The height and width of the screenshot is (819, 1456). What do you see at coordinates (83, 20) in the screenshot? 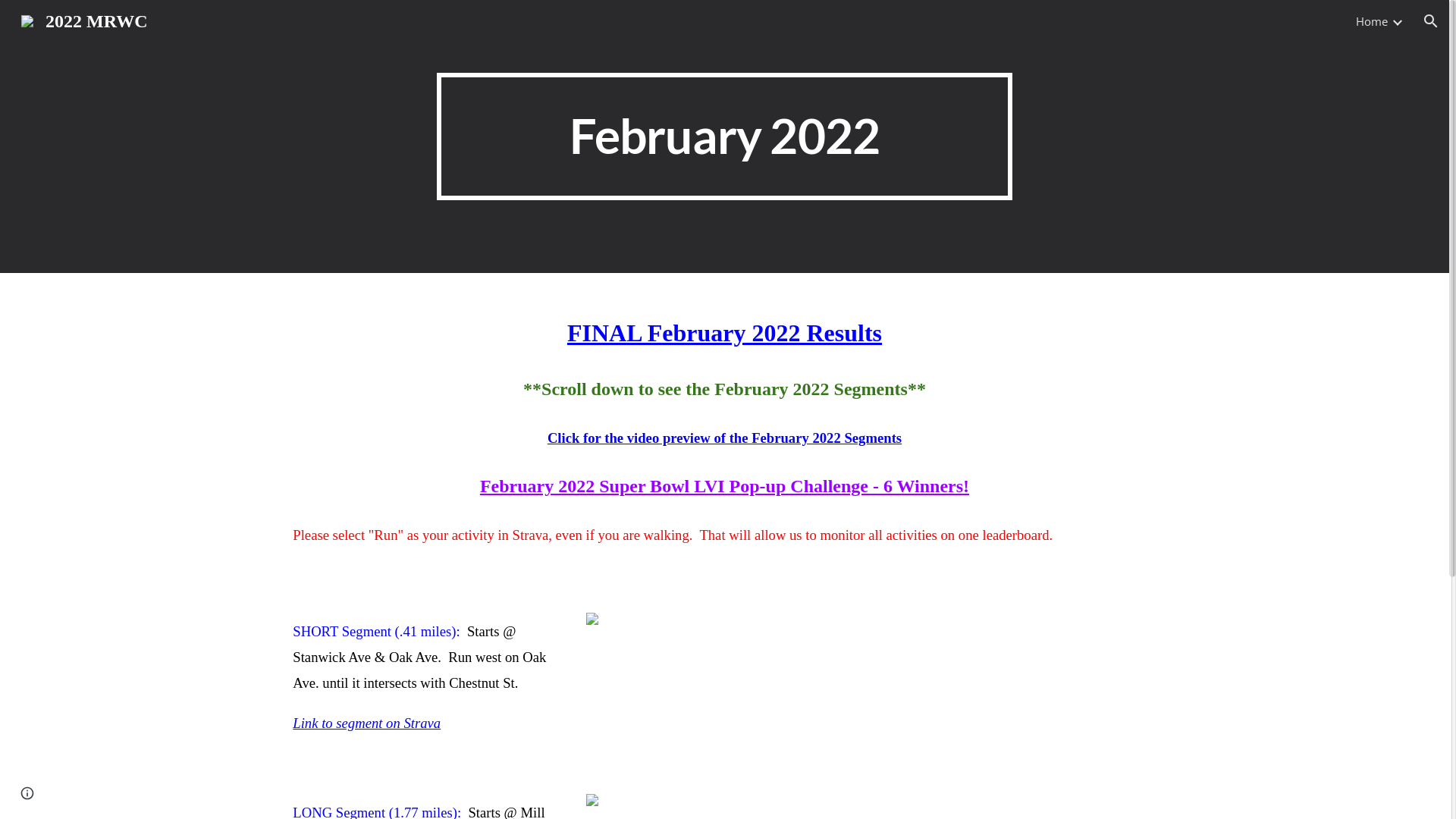
I see `'2022 MRWC'` at bounding box center [83, 20].